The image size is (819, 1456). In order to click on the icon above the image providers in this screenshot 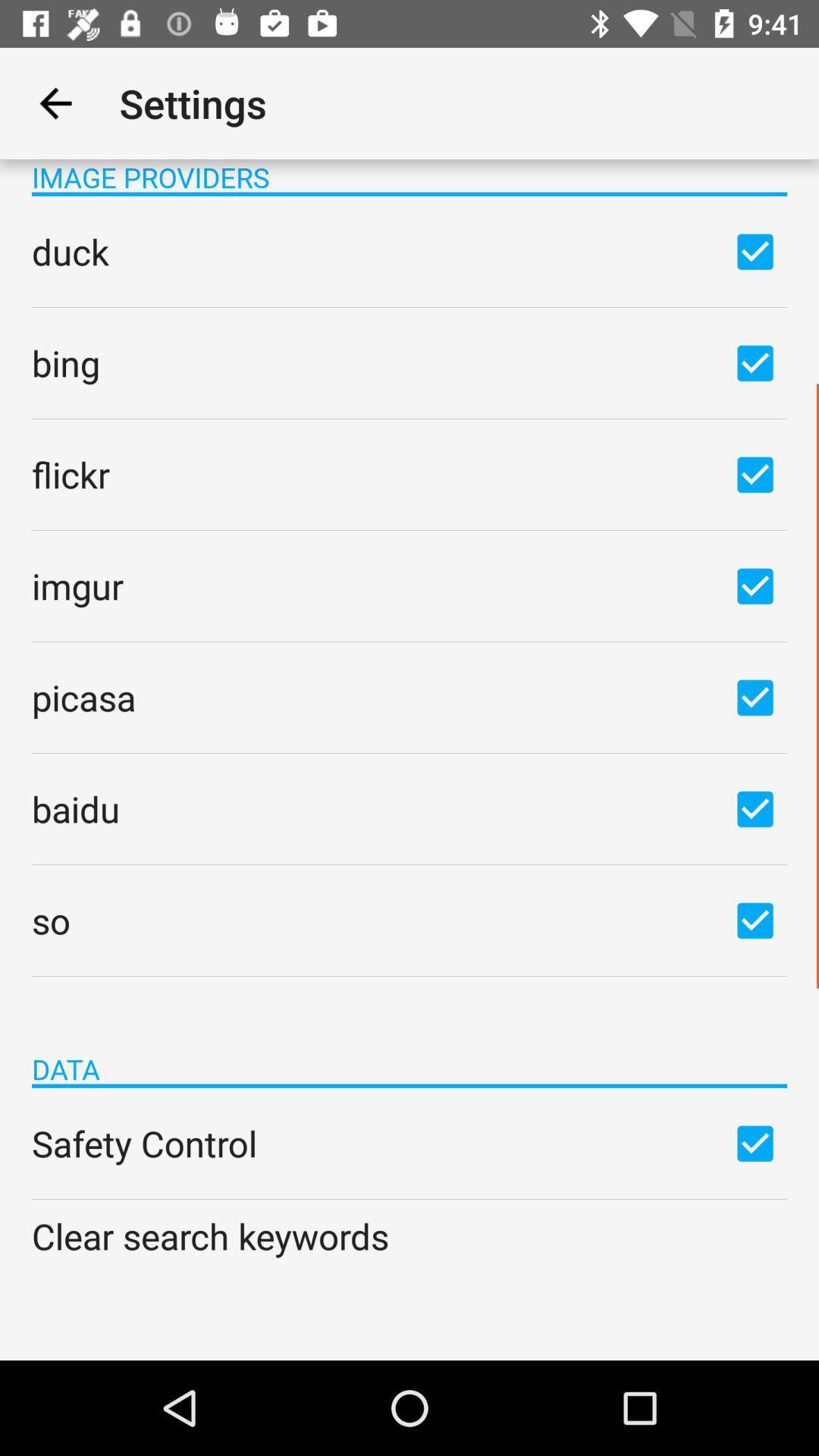, I will do `click(55, 102)`.